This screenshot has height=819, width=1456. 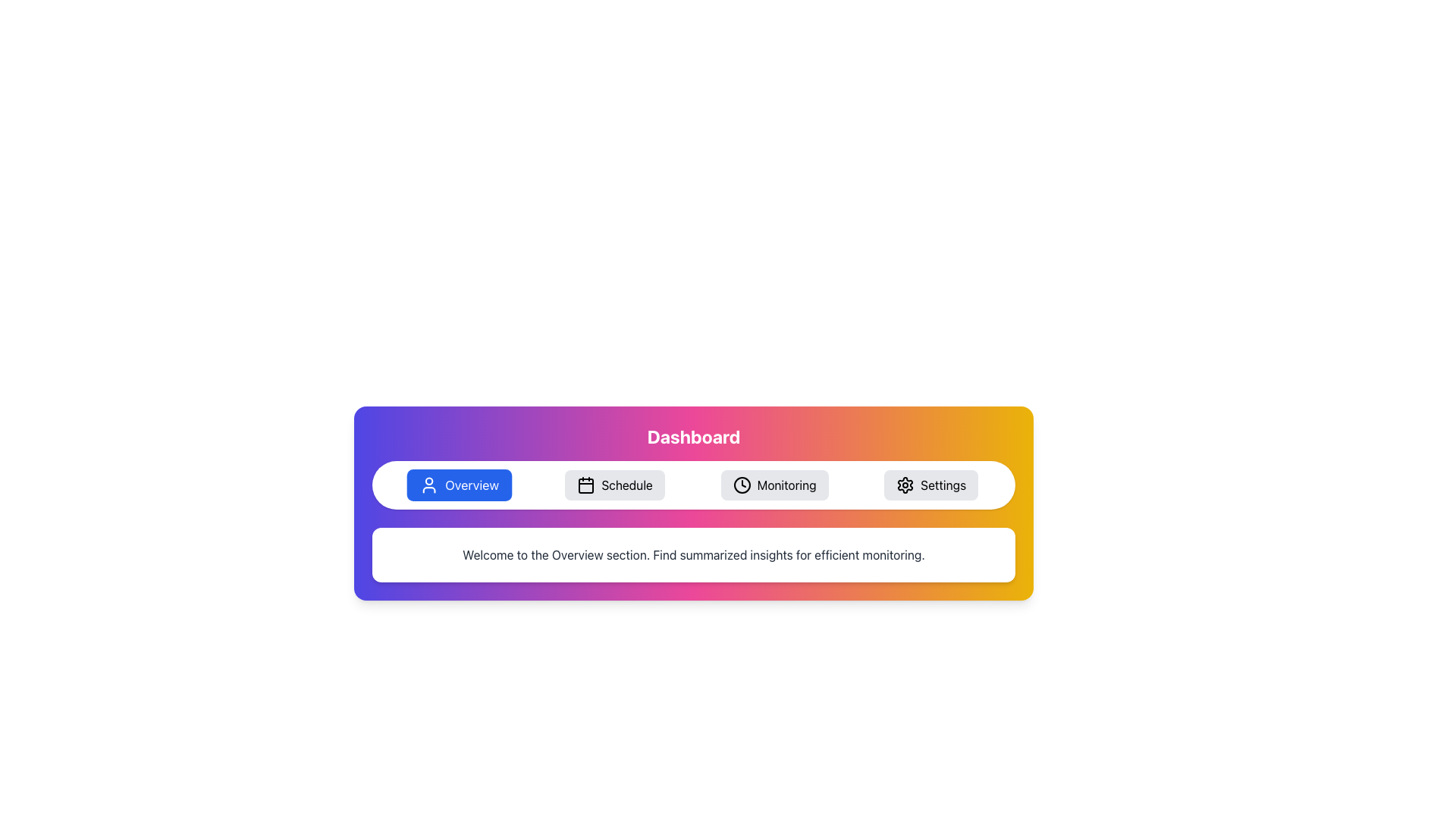 I want to click on the second button from the left in the horizontally aligned button group, so click(x=615, y=485).